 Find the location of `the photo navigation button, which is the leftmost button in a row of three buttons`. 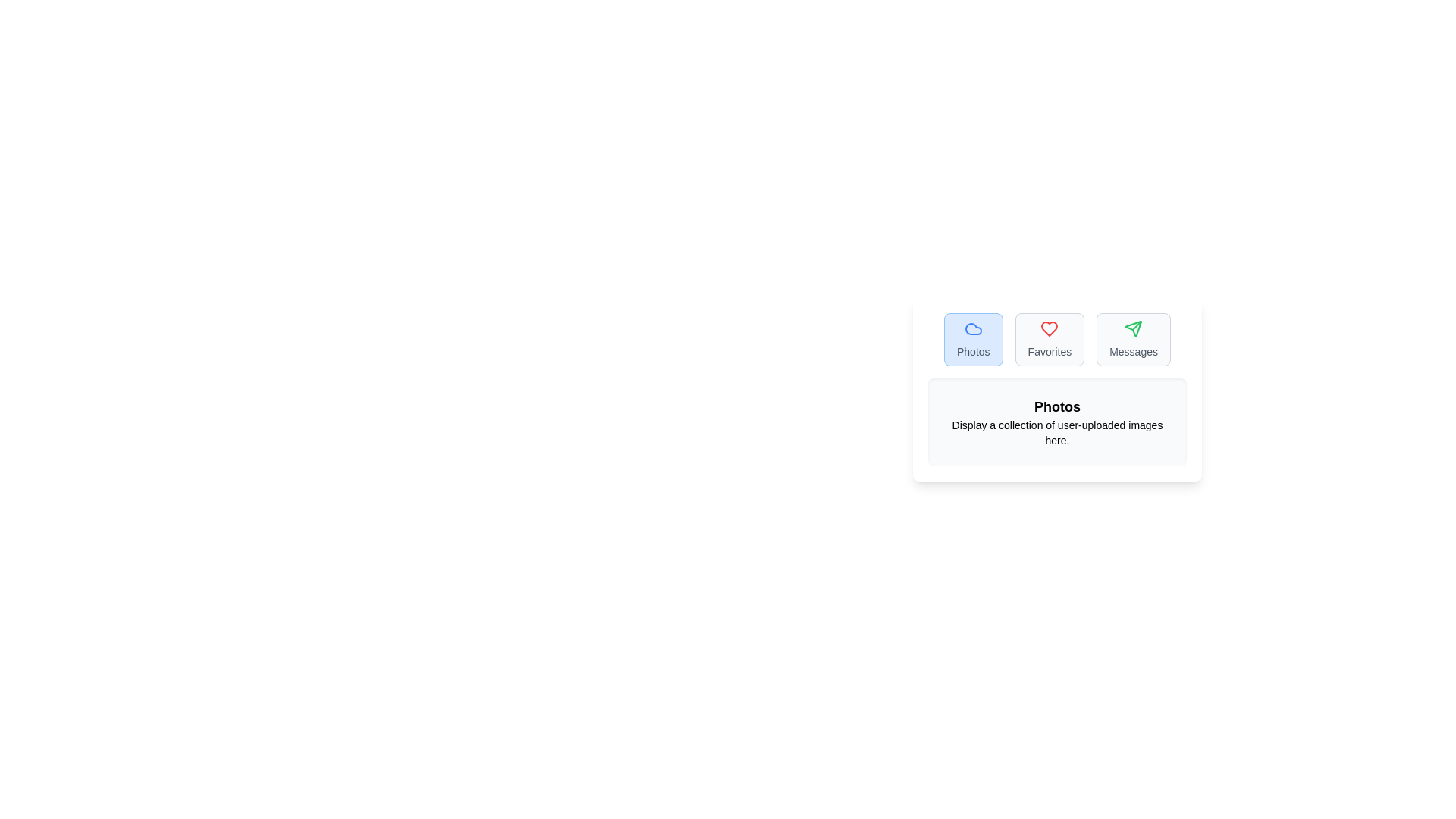

the photo navigation button, which is the leftmost button in a row of three buttons is located at coordinates (973, 338).